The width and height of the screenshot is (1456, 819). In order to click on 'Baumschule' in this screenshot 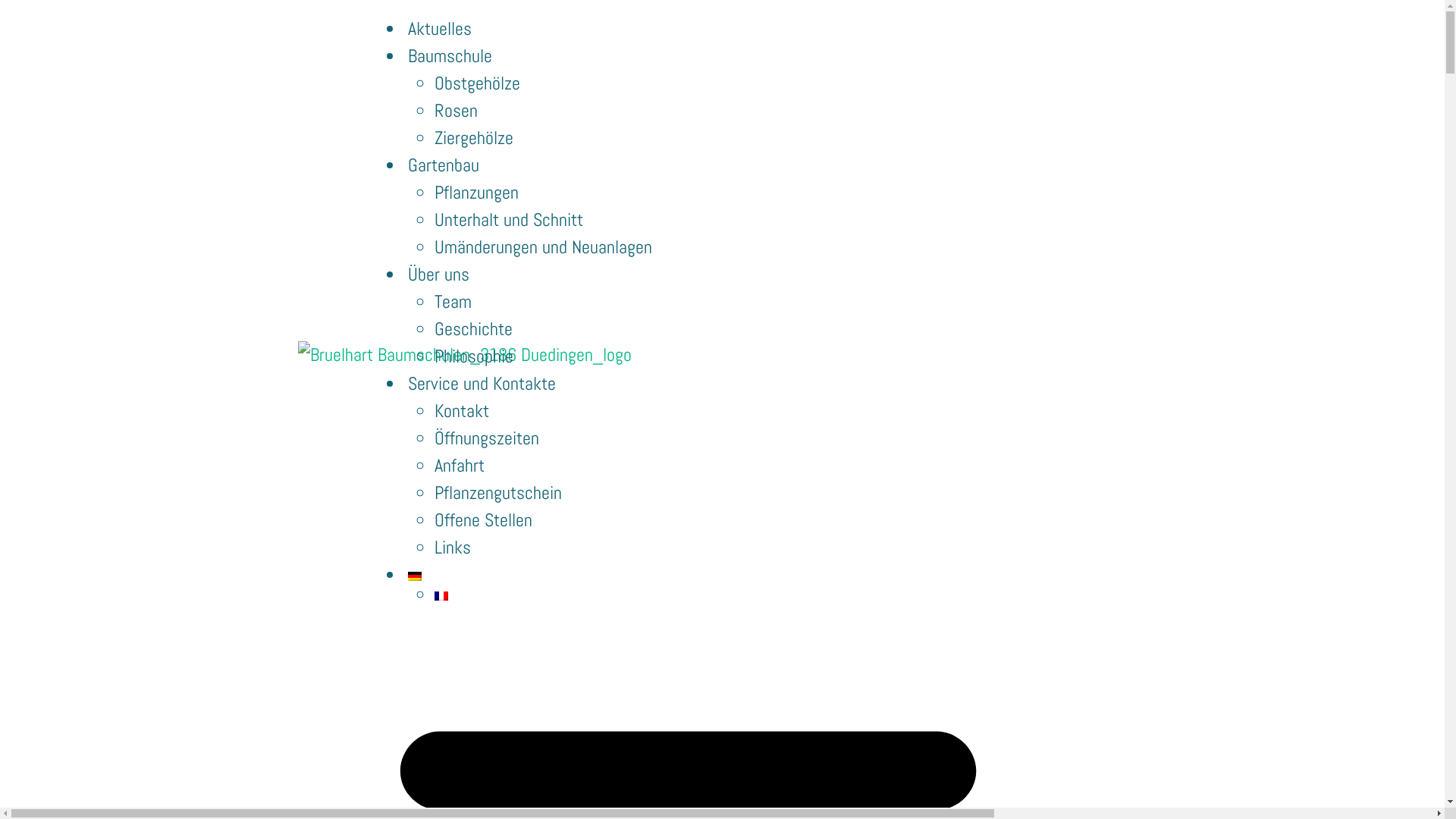, I will do `click(449, 55)`.